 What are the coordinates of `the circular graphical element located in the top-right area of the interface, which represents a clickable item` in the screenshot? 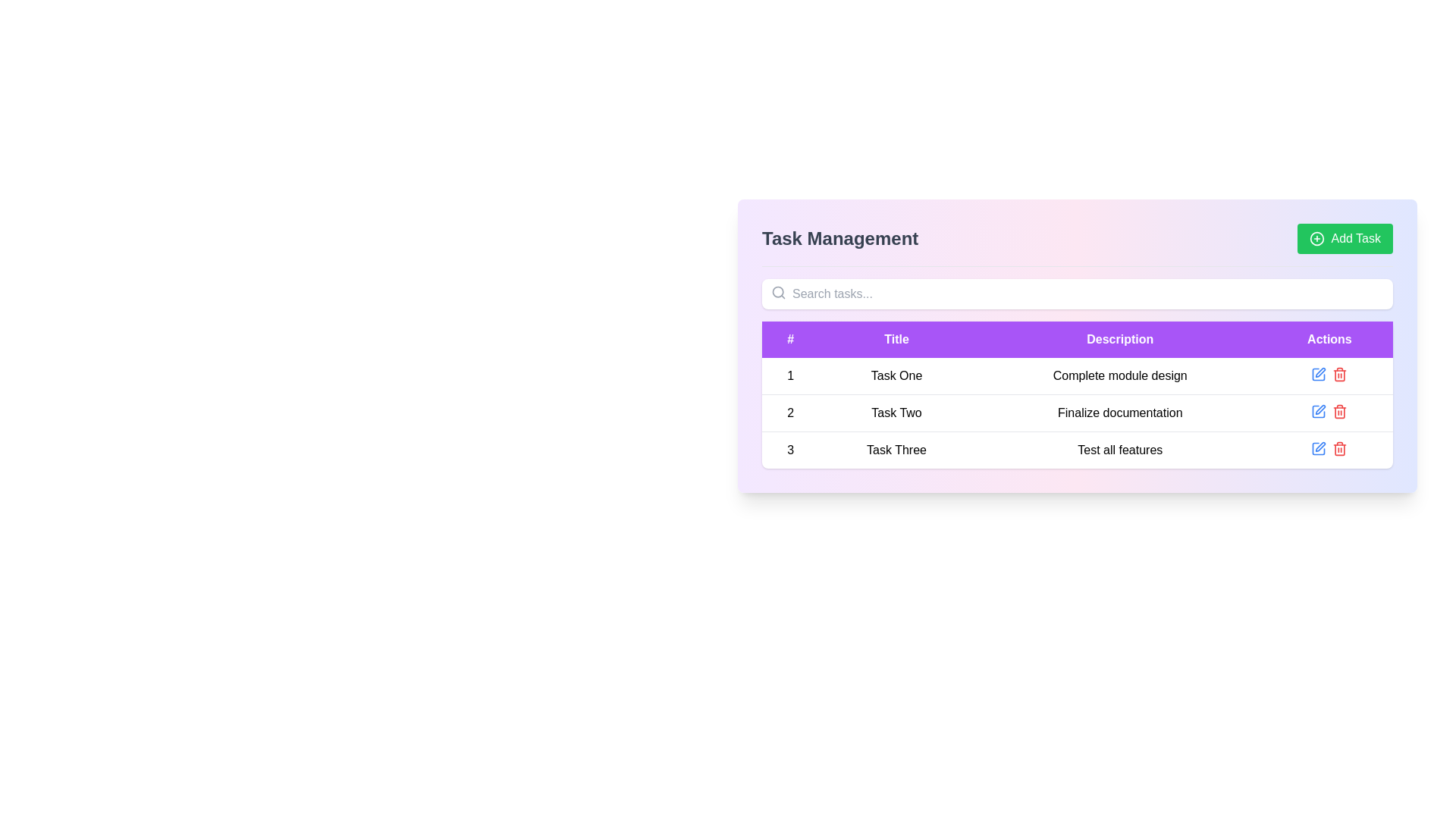 It's located at (1316, 239).